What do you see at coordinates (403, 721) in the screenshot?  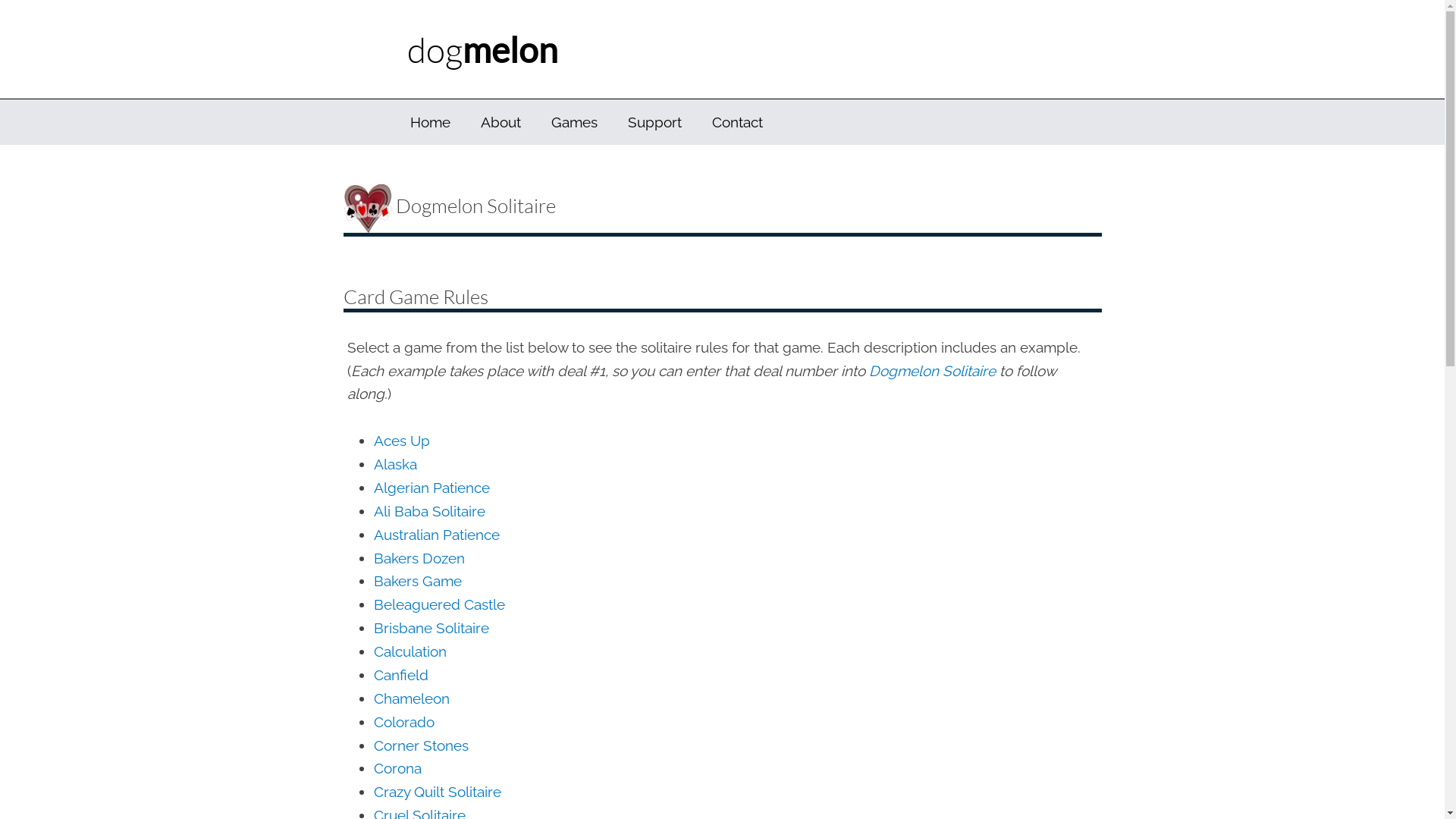 I see `'Colorado'` at bounding box center [403, 721].